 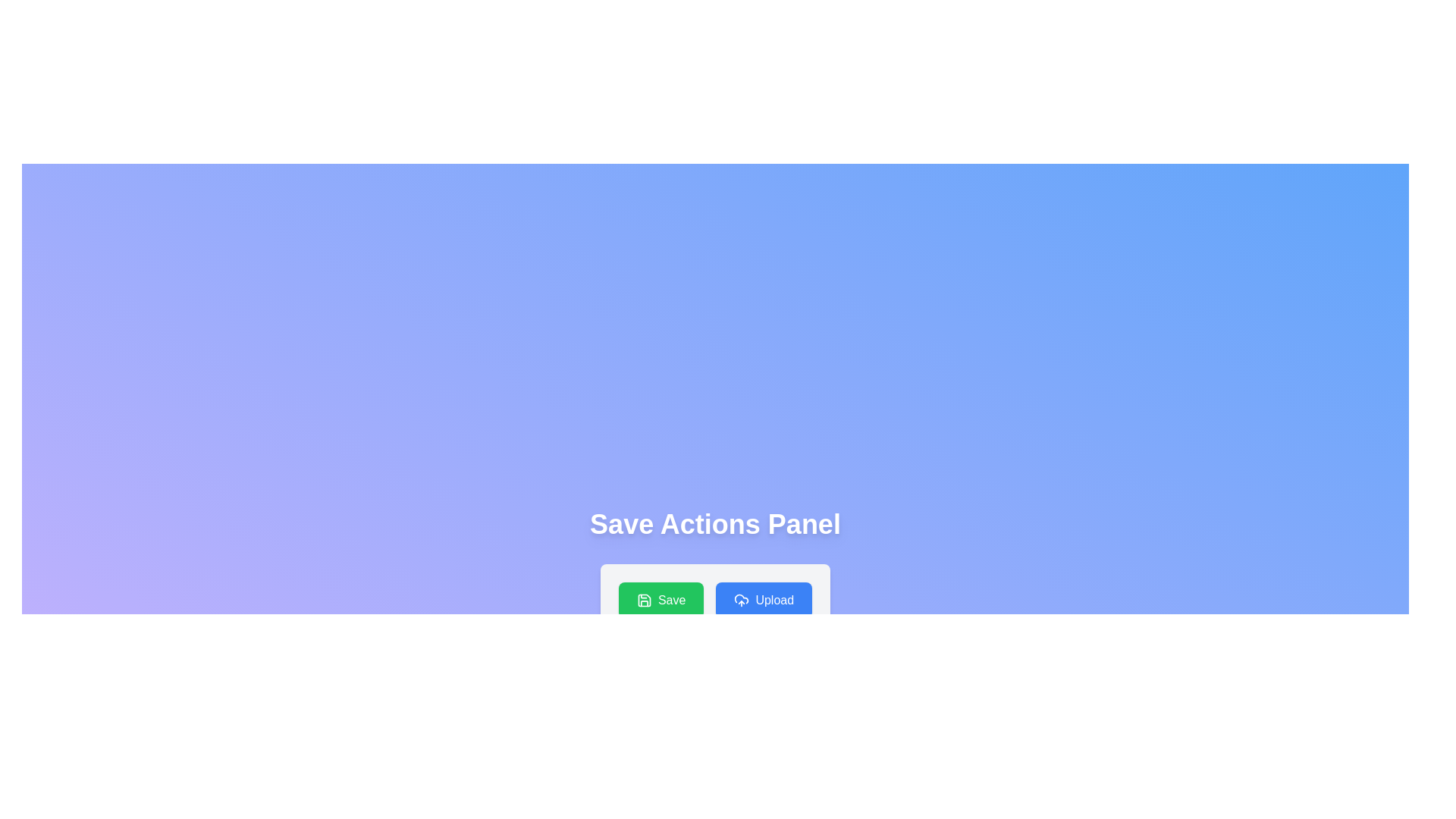 I want to click on the 'Save' button text label, so click(x=671, y=599).